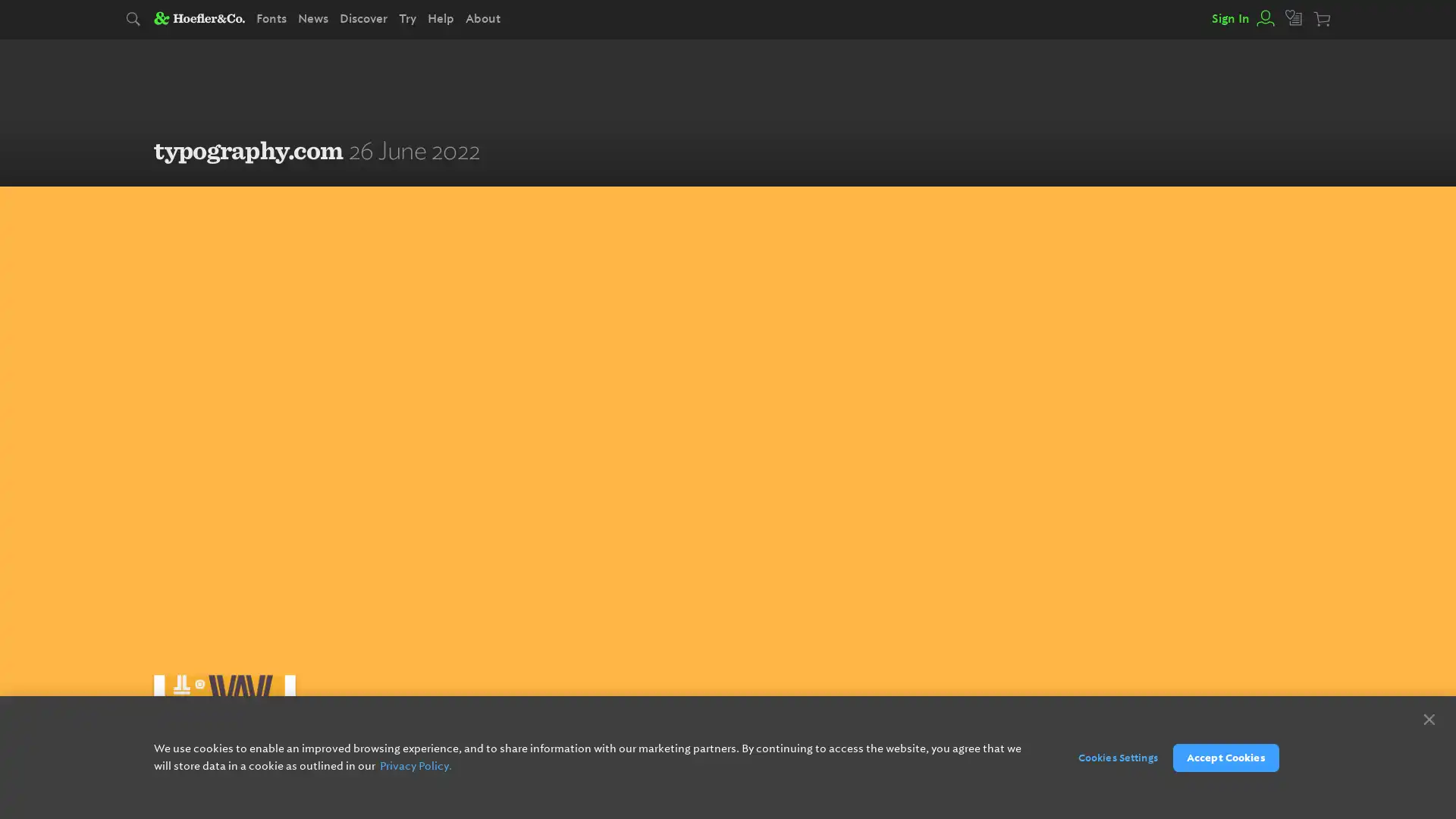 The image size is (1456, 819). What do you see at coordinates (1109, 757) in the screenshot?
I see `Cookies Settings` at bounding box center [1109, 757].